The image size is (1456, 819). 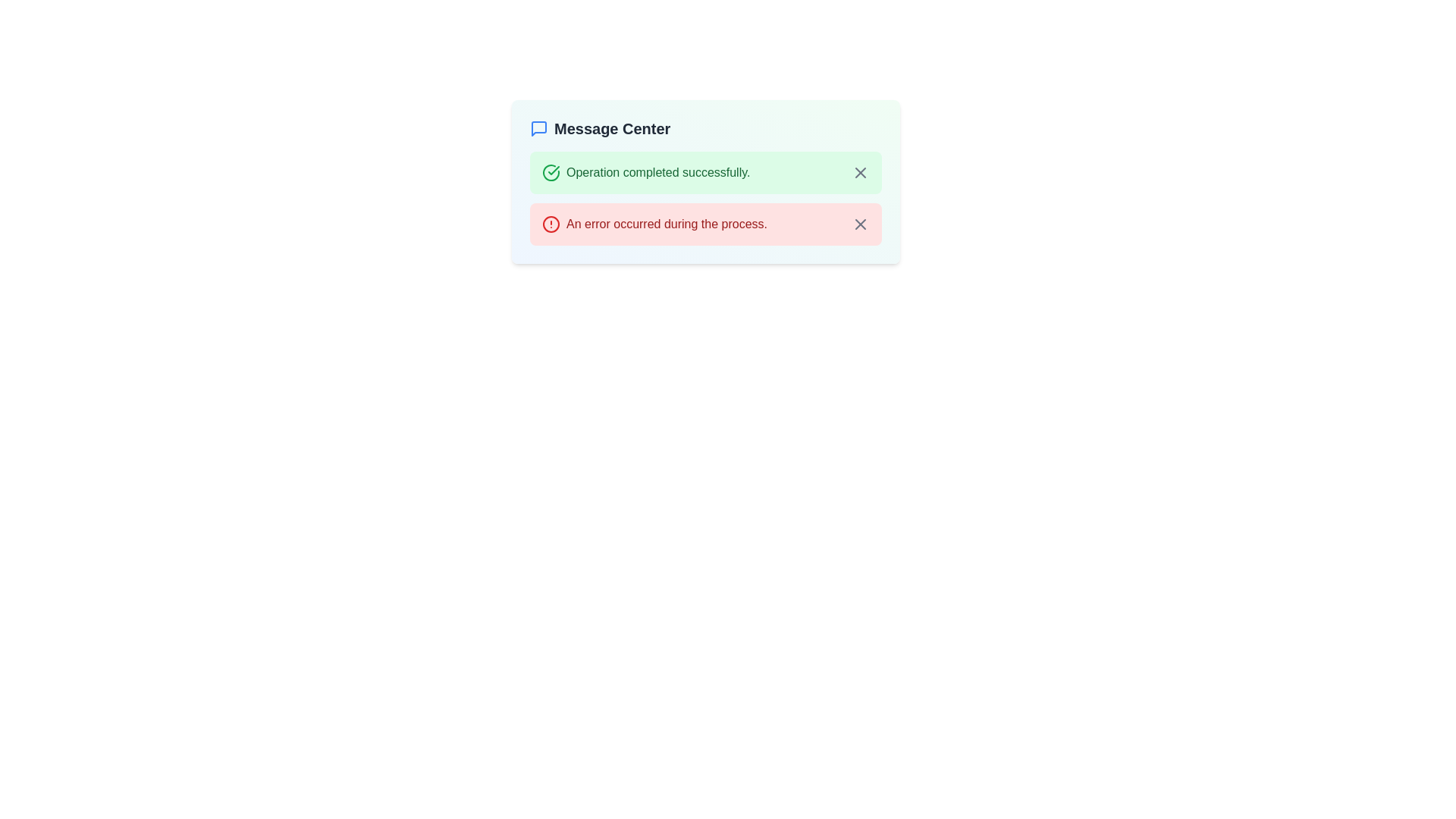 What do you see at coordinates (553, 170) in the screenshot?
I see `properties of the SVG graphical element representing a green checkmark, which indicates success in the Message Center interface` at bounding box center [553, 170].